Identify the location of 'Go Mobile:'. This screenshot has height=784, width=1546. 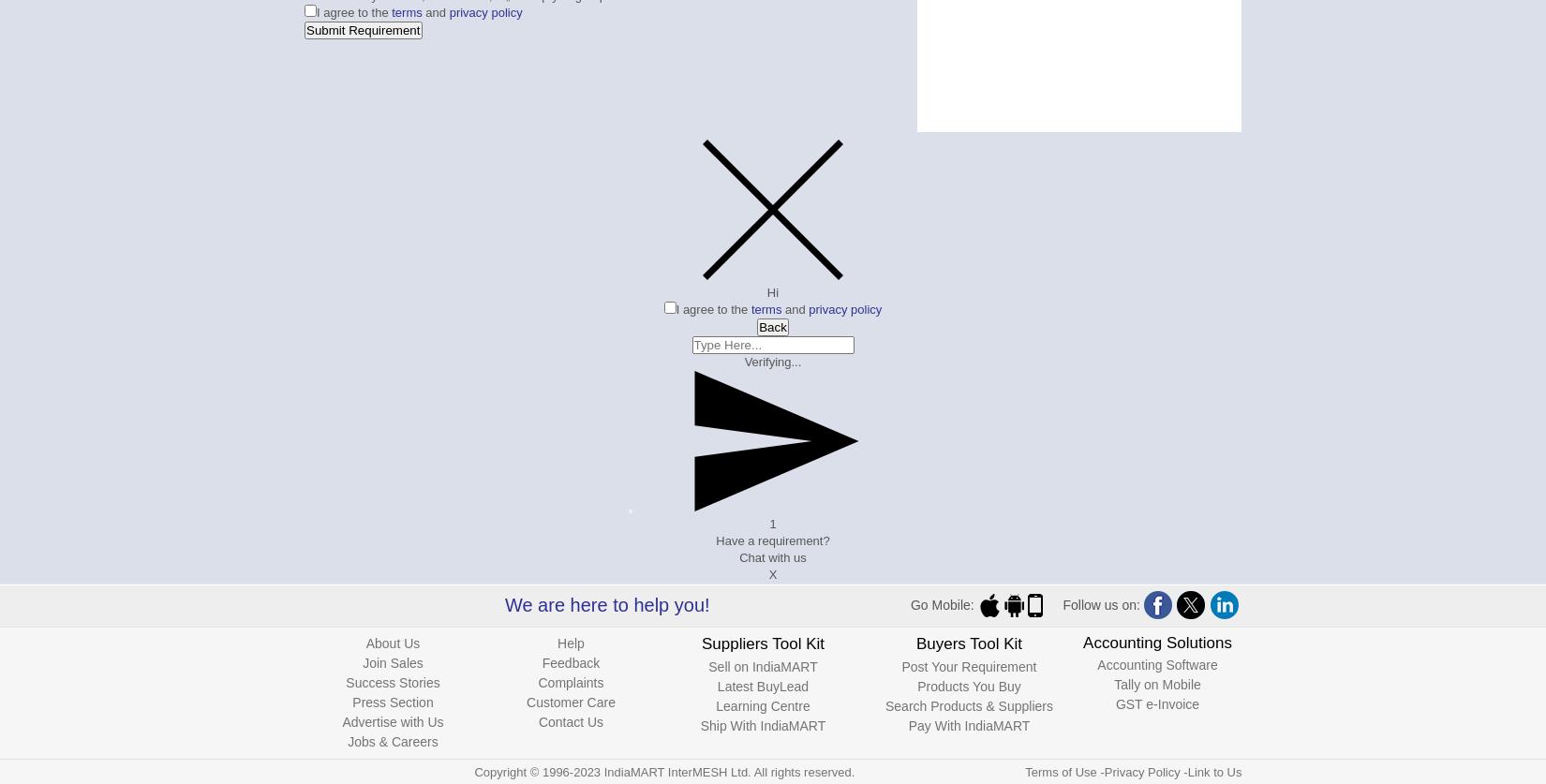
(943, 604).